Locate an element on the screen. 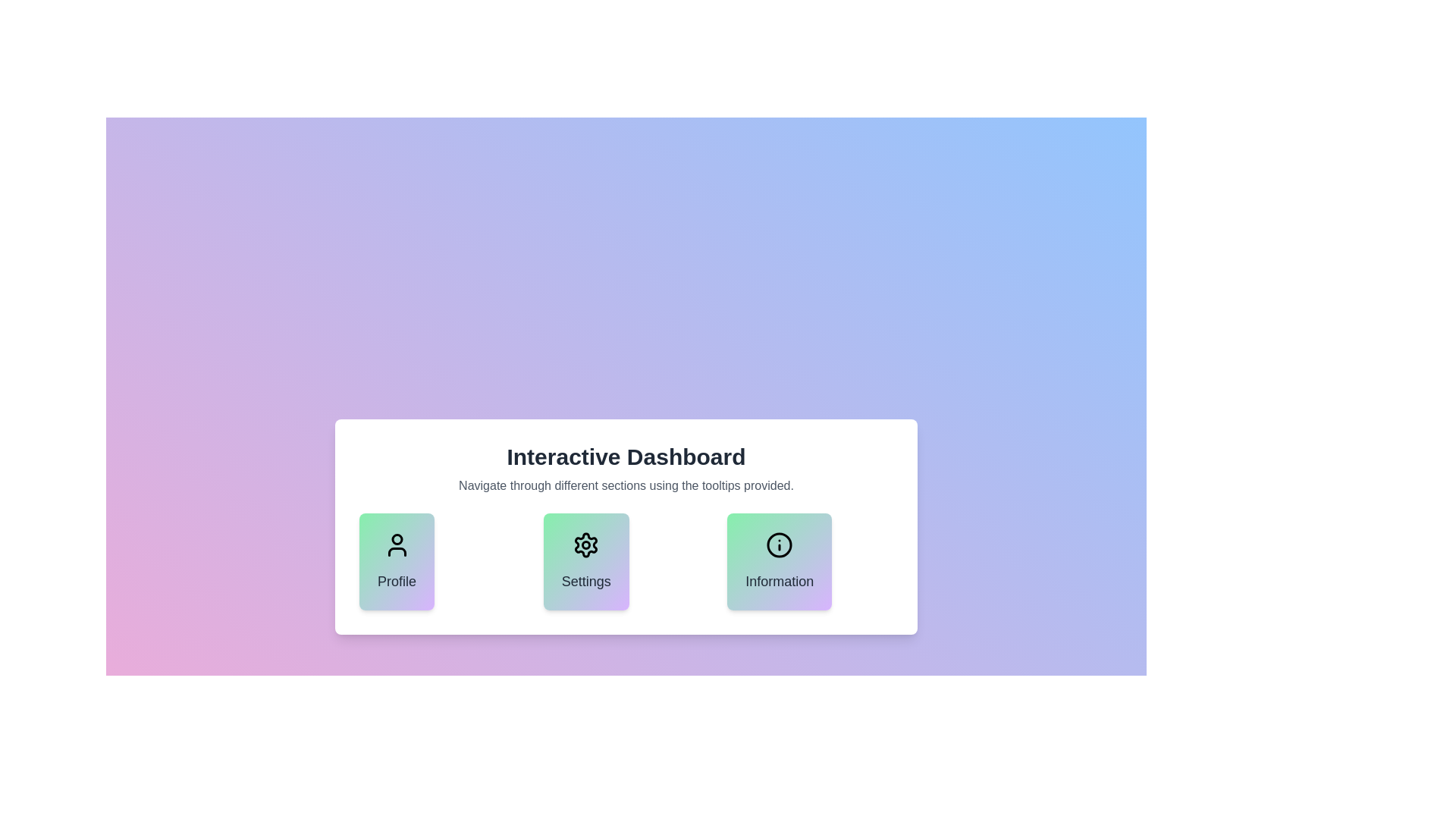 This screenshot has height=819, width=1456. the settings icon button located at the center of the interface is located at coordinates (585, 544).